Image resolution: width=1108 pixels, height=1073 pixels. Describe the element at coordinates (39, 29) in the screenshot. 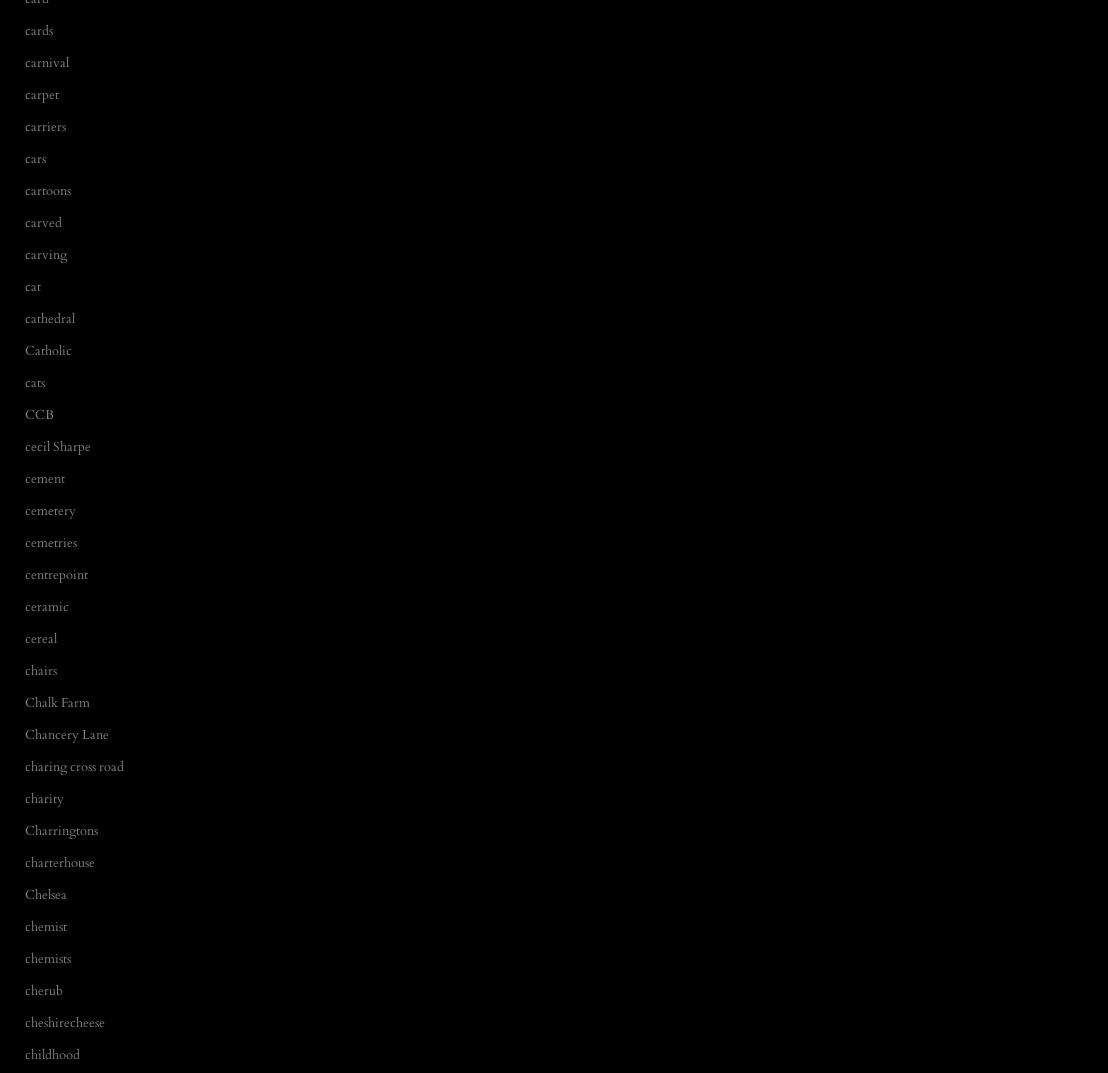

I see `'cards'` at that location.